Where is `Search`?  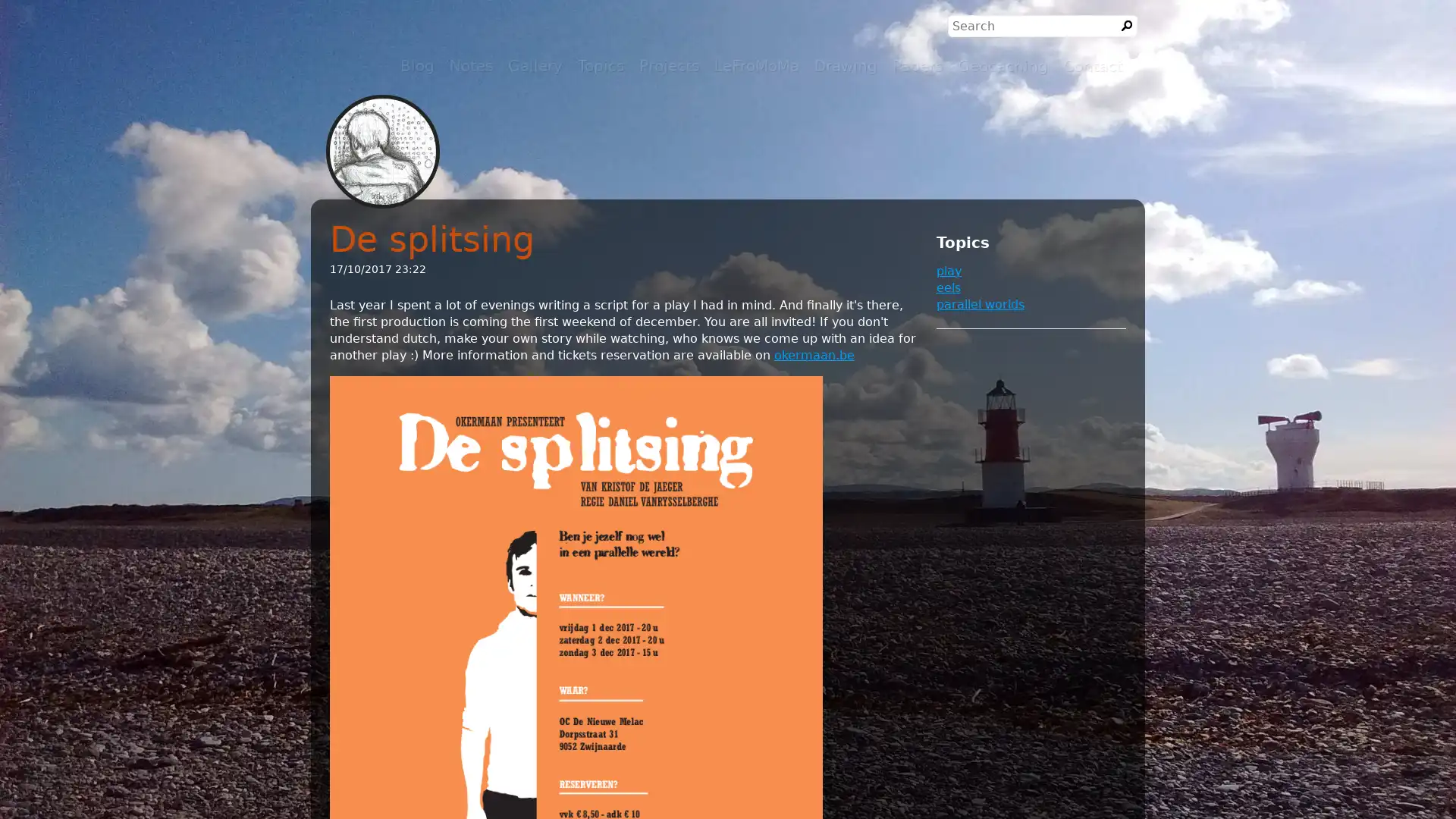
Search is located at coordinates (1127, 26).